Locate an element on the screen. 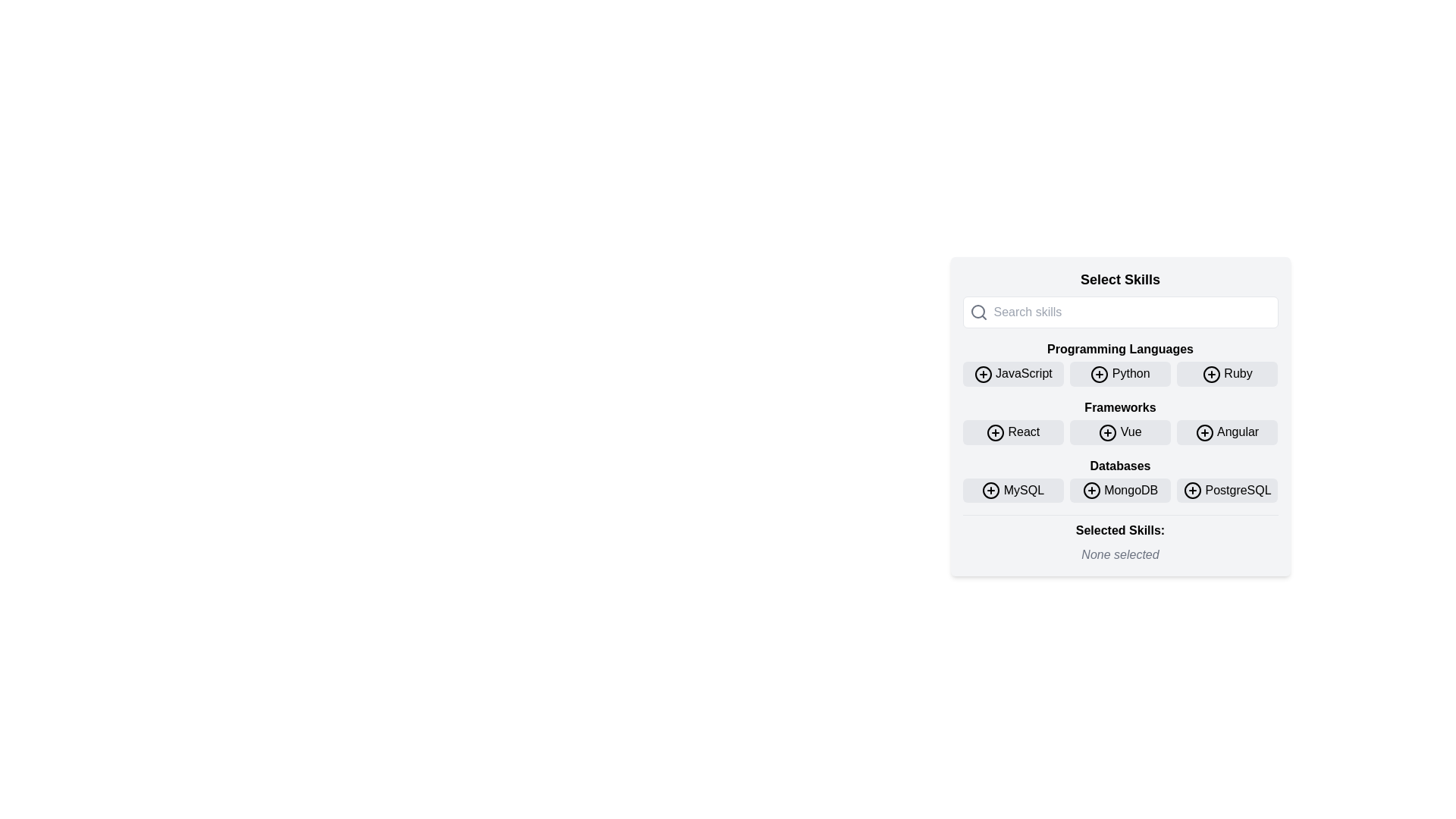 This screenshot has height=819, width=1456. the 'Vue' button element is located at coordinates (1120, 432).